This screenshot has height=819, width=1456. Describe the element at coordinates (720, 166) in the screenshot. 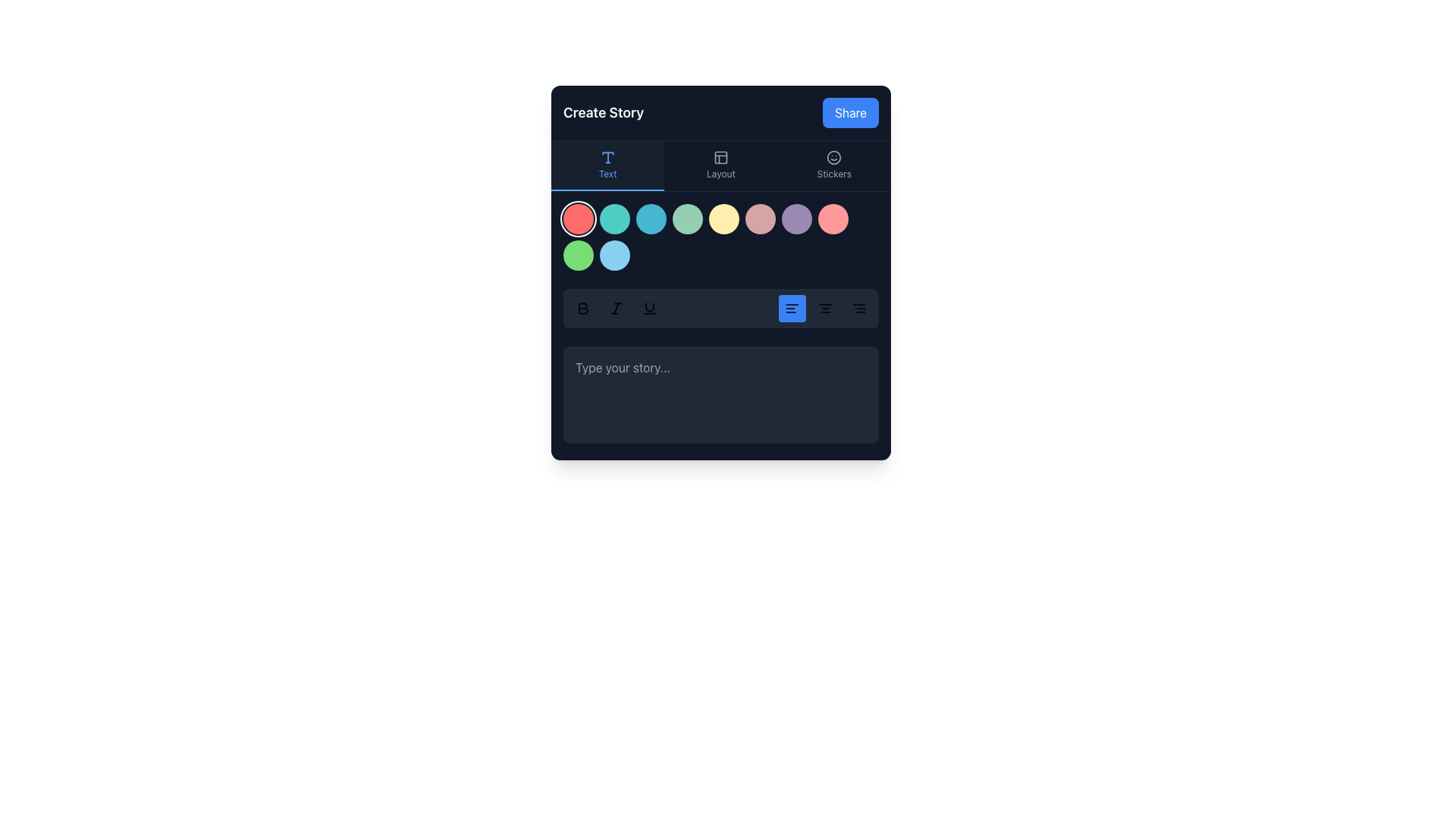

I see `the 'Layout' button, which has a dark background with an icon and is located between the 'Text' and 'Stickers' options in the upper section of the panel` at that location.